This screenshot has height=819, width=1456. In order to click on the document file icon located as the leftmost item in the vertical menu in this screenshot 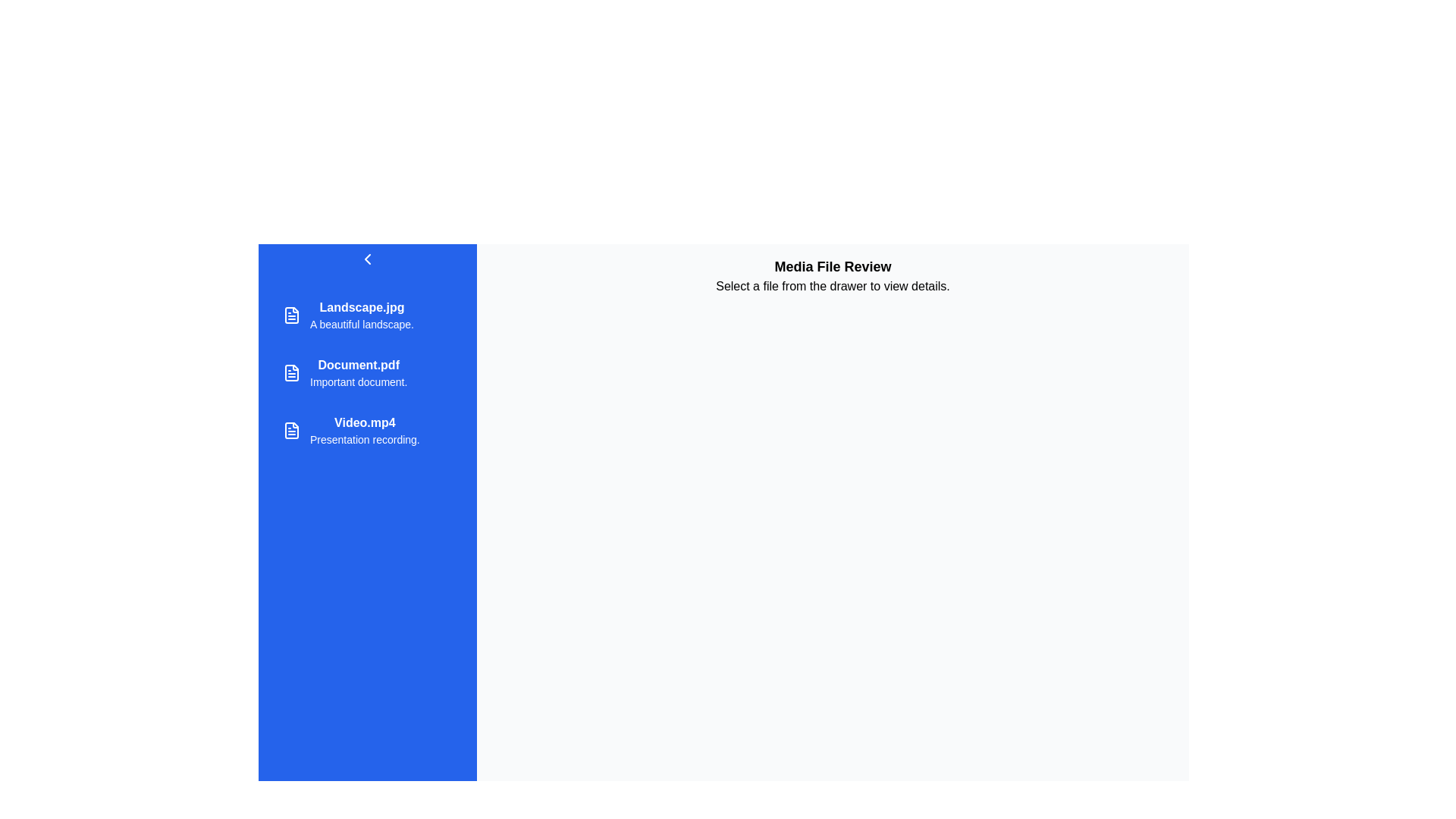, I will do `click(291, 373)`.